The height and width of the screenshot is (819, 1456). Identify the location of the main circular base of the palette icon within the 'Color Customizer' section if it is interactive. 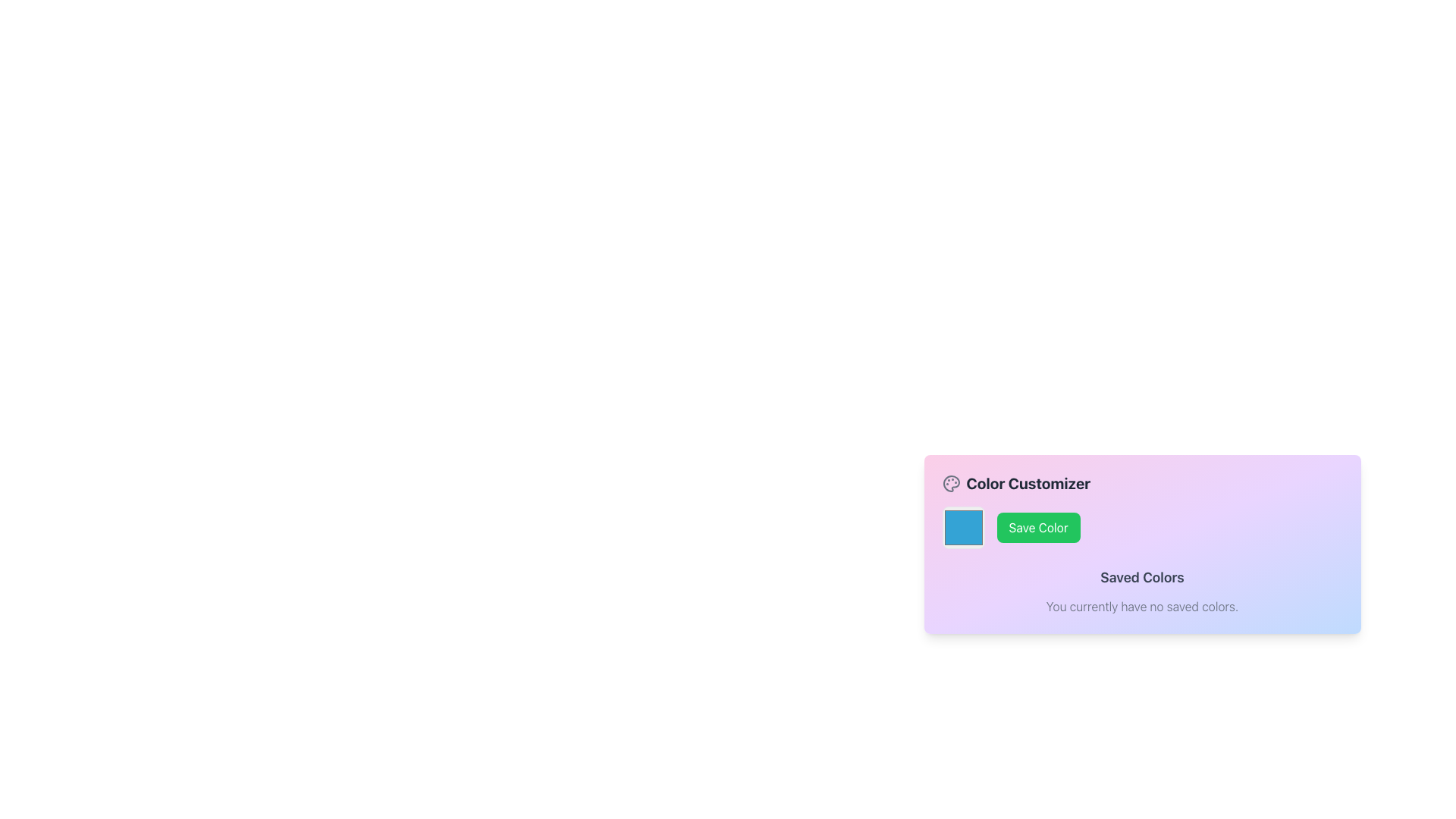
(950, 483).